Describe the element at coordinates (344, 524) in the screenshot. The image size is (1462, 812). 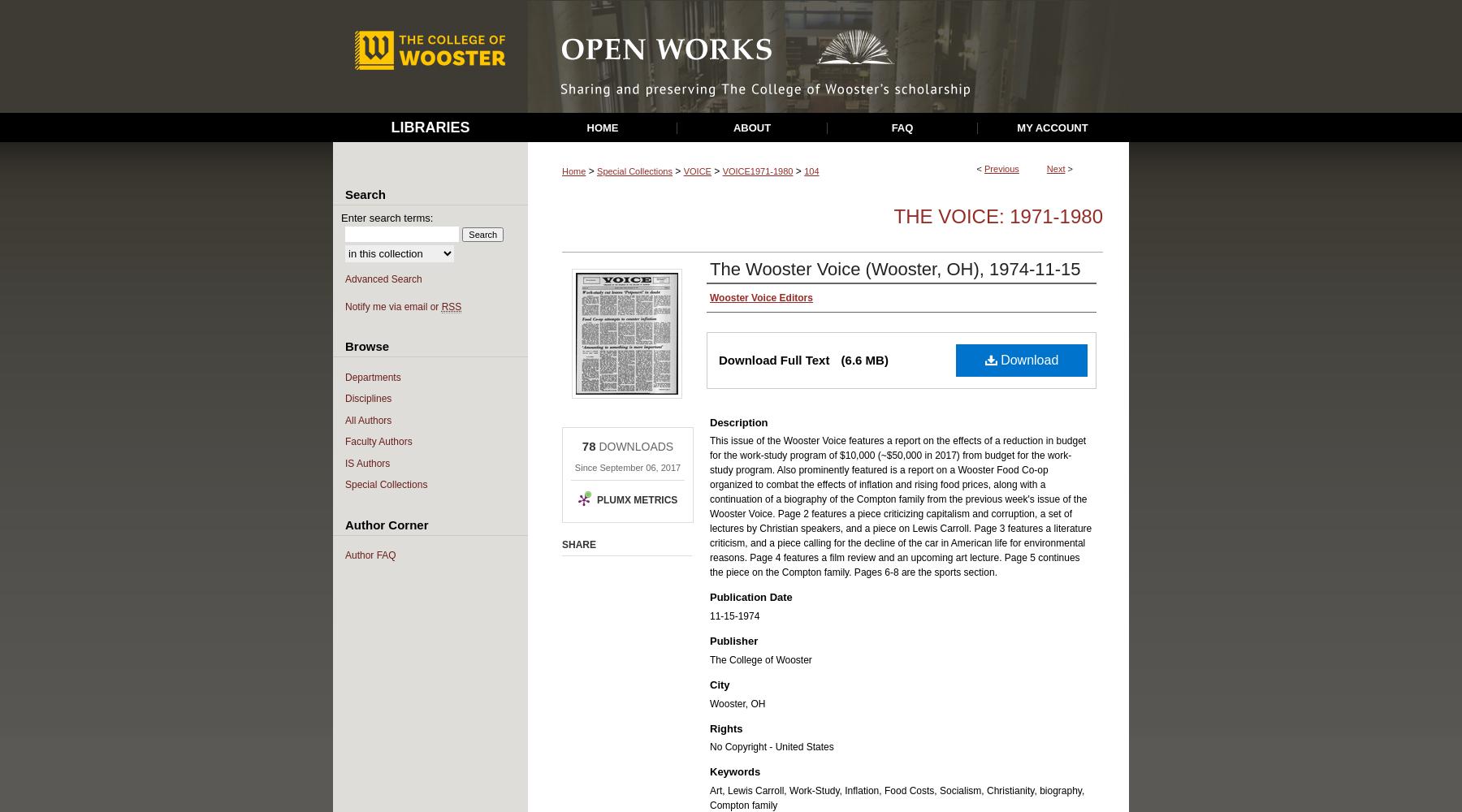
I see `'Author Corner'` at that location.